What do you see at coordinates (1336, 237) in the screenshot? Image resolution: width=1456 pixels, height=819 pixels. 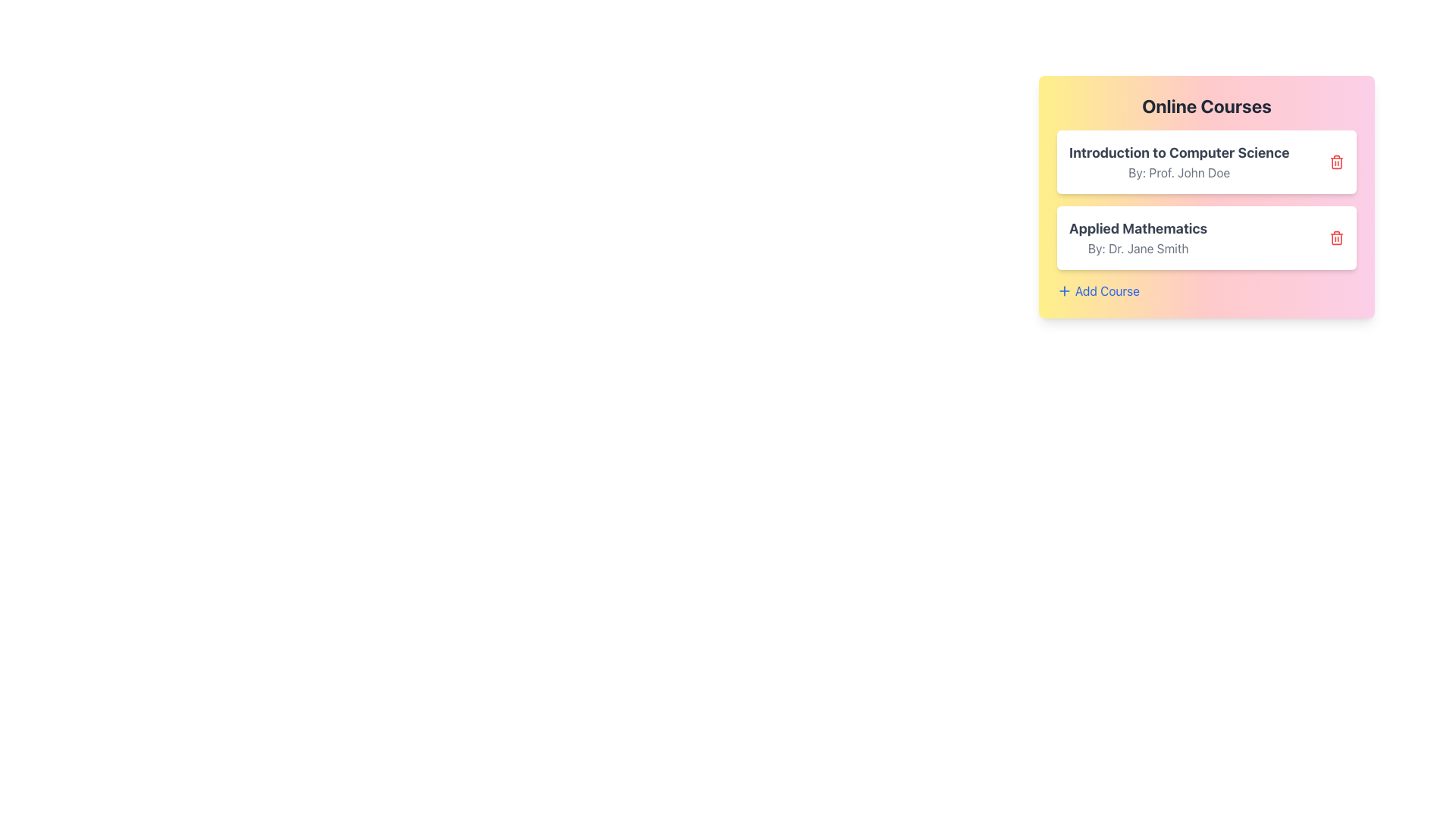 I see `the delete icon for the 'Applied Mathematics' course entry` at bounding box center [1336, 237].